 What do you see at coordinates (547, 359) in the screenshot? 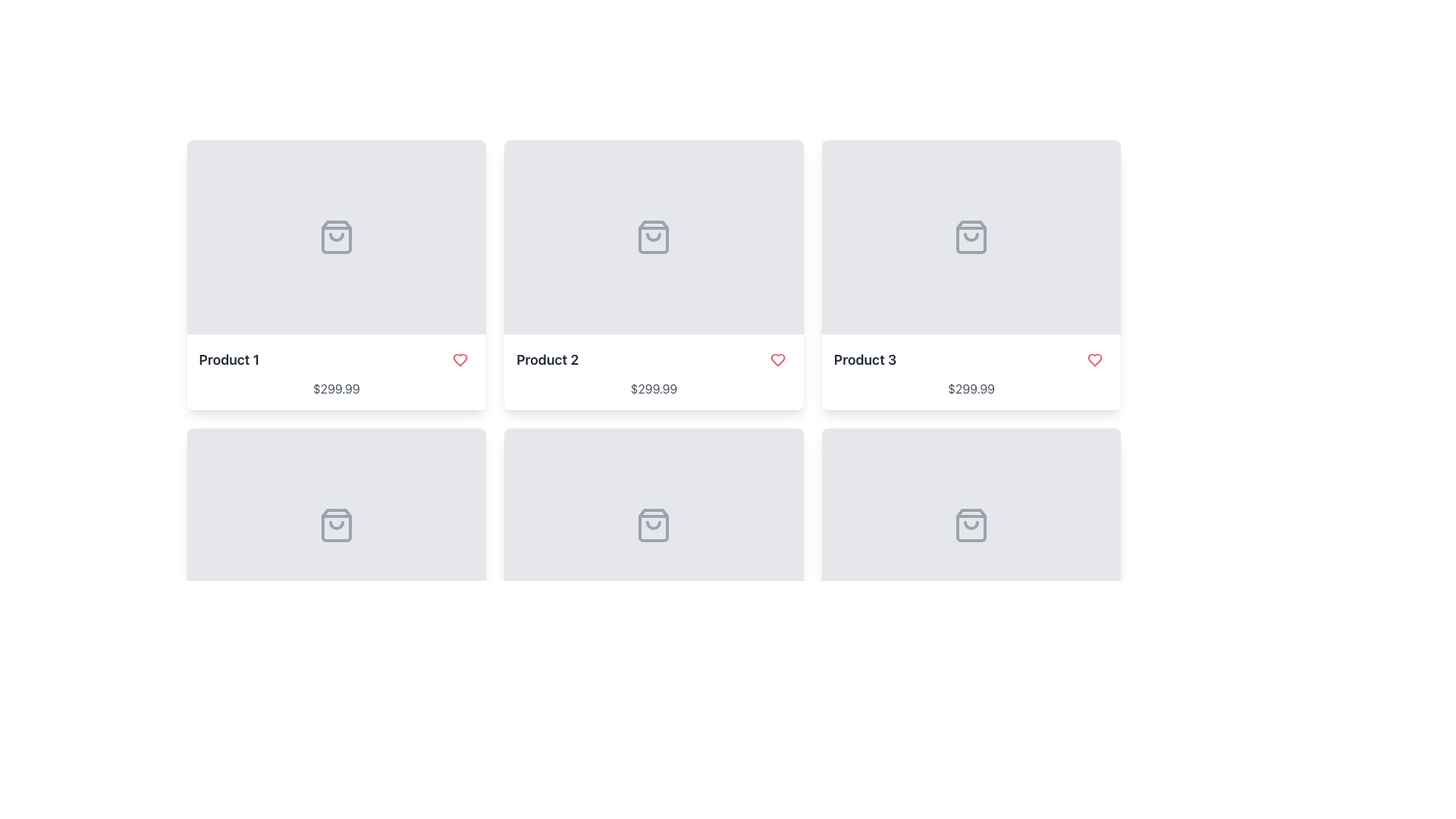
I see `the text label located under the image of the second product in the top row of the grid, which helps users identify the product` at bounding box center [547, 359].